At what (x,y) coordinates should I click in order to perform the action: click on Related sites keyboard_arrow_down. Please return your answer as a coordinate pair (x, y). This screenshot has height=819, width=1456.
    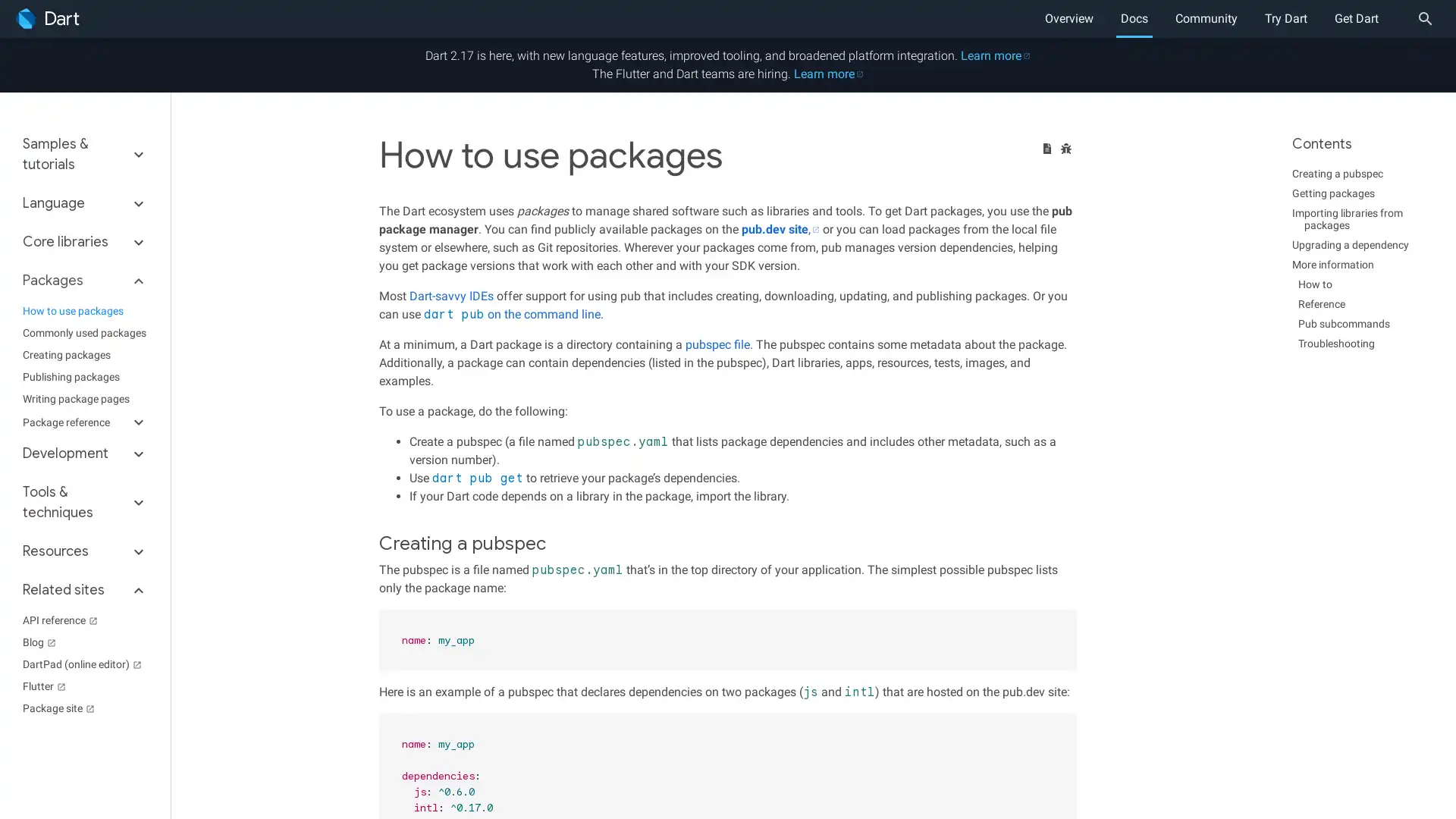
    Looking at the image, I should click on (84, 589).